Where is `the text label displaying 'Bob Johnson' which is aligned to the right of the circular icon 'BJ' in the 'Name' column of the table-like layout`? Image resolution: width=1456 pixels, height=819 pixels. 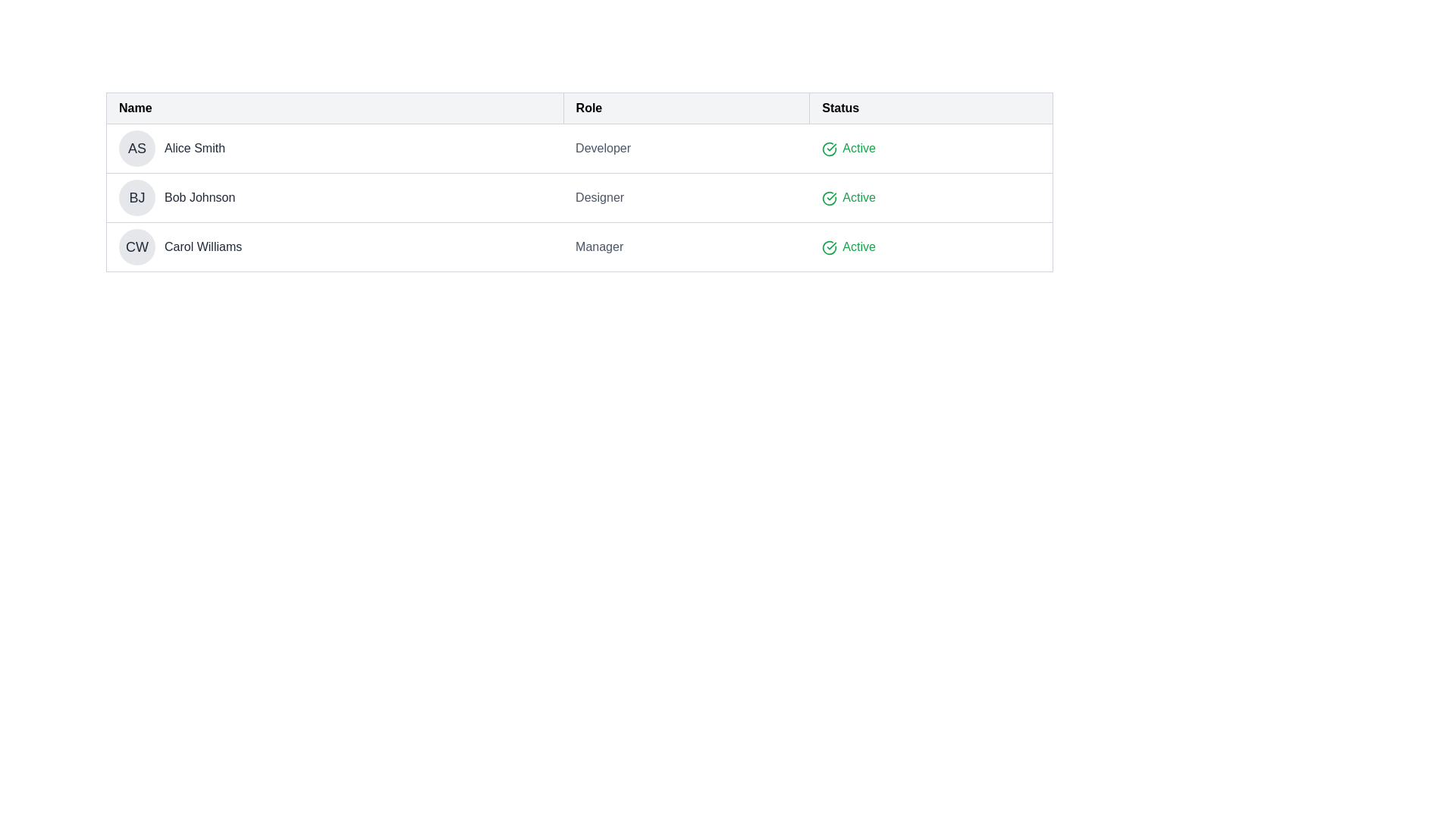 the text label displaying 'Bob Johnson' which is aligned to the right of the circular icon 'BJ' in the 'Name' column of the table-like layout is located at coordinates (199, 197).